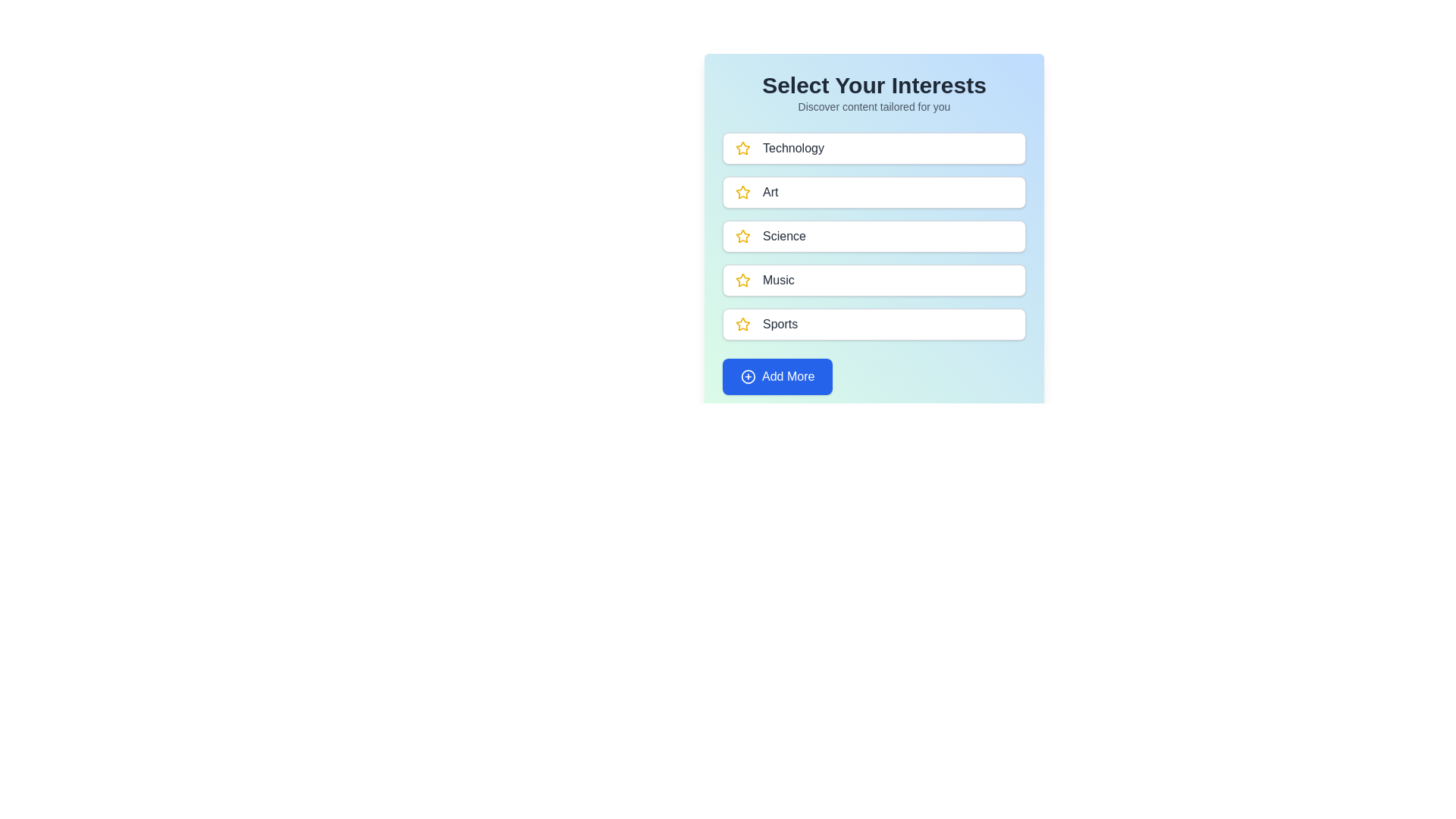 The width and height of the screenshot is (1456, 819). What do you see at coordinates (874, 192) in the screenshot?
I see `the category named Art` at bounding box center [874, 192].